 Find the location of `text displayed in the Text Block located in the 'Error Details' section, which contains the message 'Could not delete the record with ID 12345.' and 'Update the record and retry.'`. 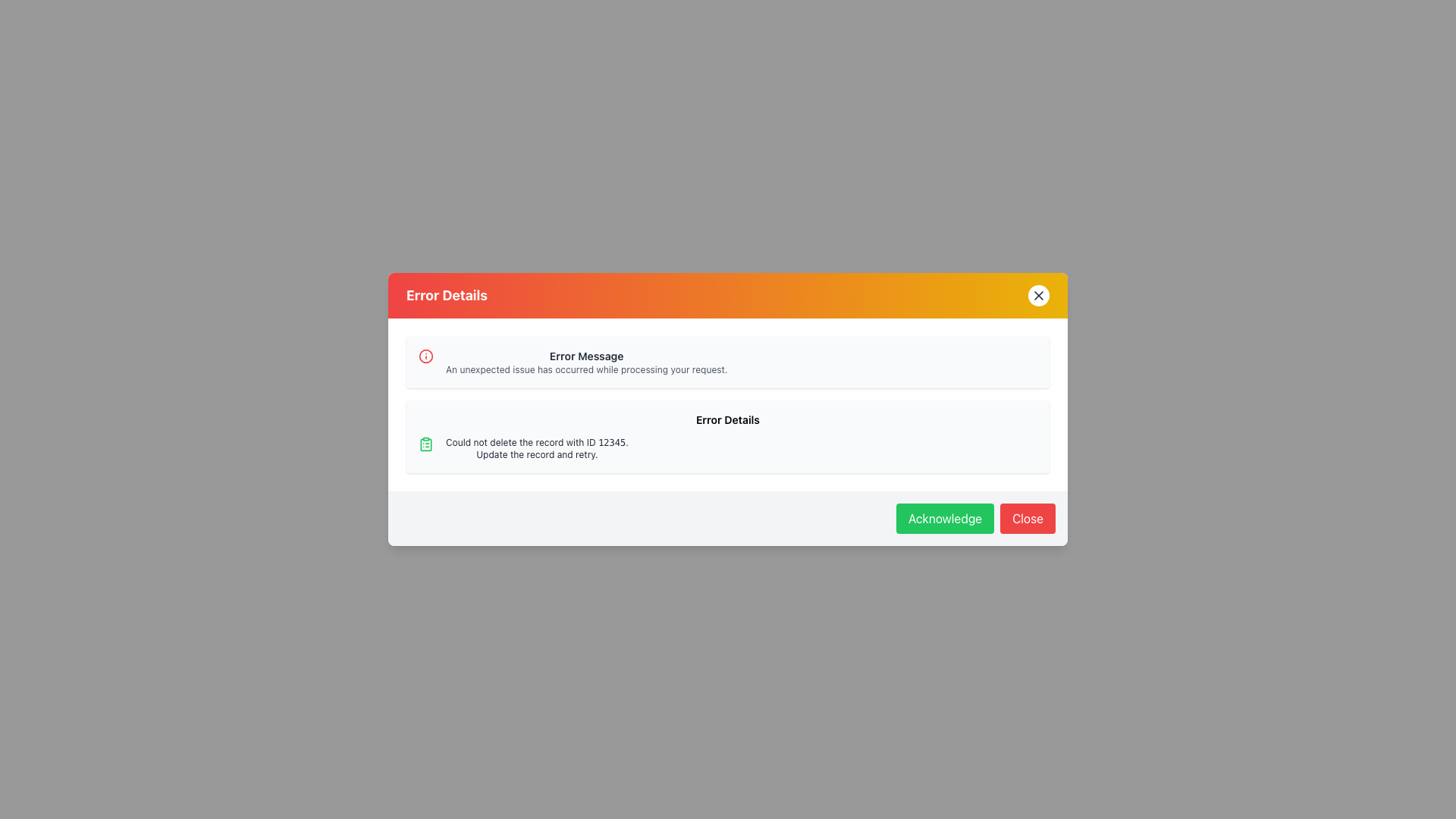

text displayed in the Text Block located in the 'Error Details' section, which contains the message 'Could not delete the record with ID 12345.' and 'Update the record and retry.' is located at coordinates (537, 447).